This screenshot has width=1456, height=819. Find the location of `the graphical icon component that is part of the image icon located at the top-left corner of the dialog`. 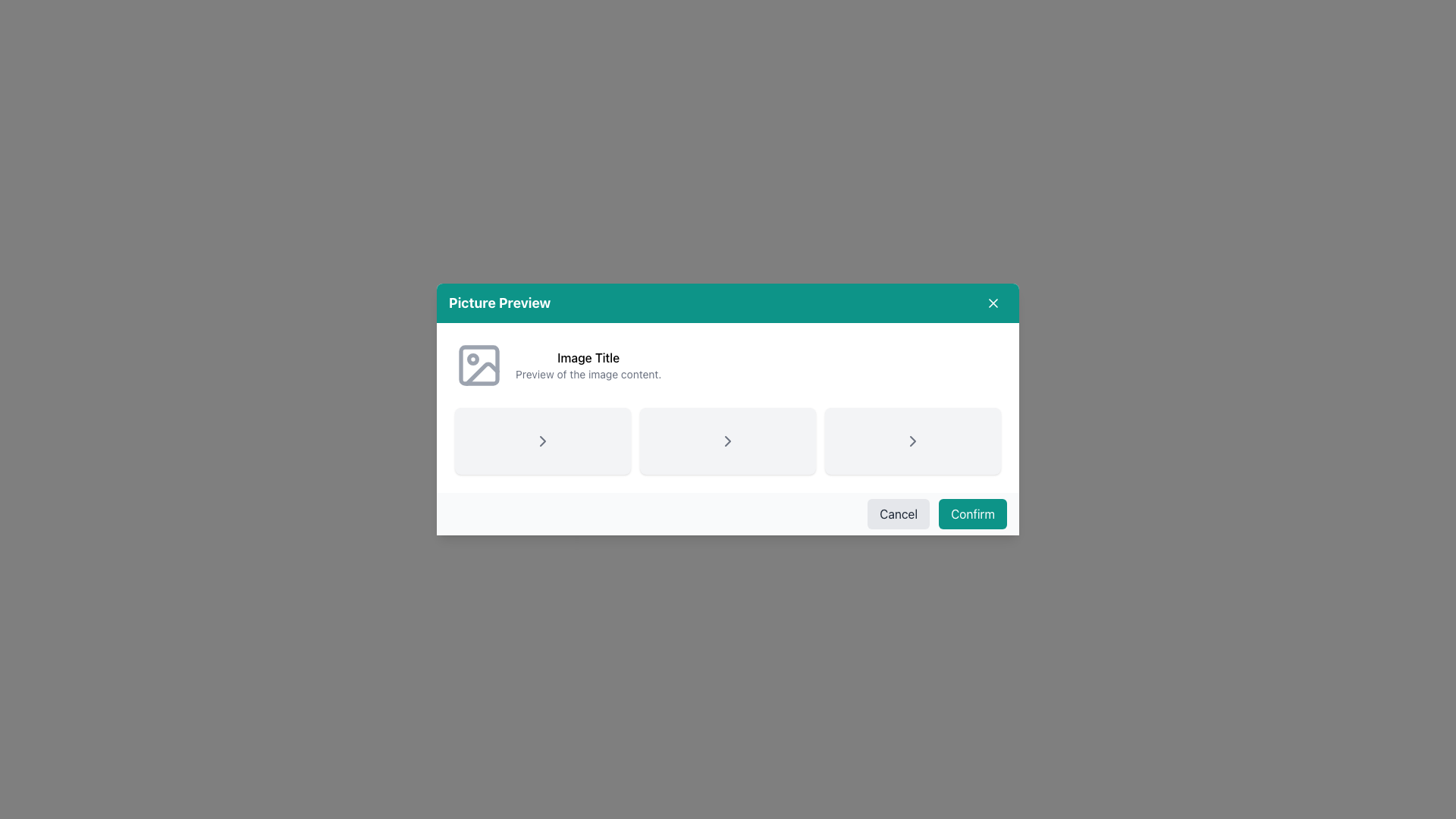

the graphical icon component that is part of the image icon located at the top-left corner of the dialog is located at coordinates (479, 366).